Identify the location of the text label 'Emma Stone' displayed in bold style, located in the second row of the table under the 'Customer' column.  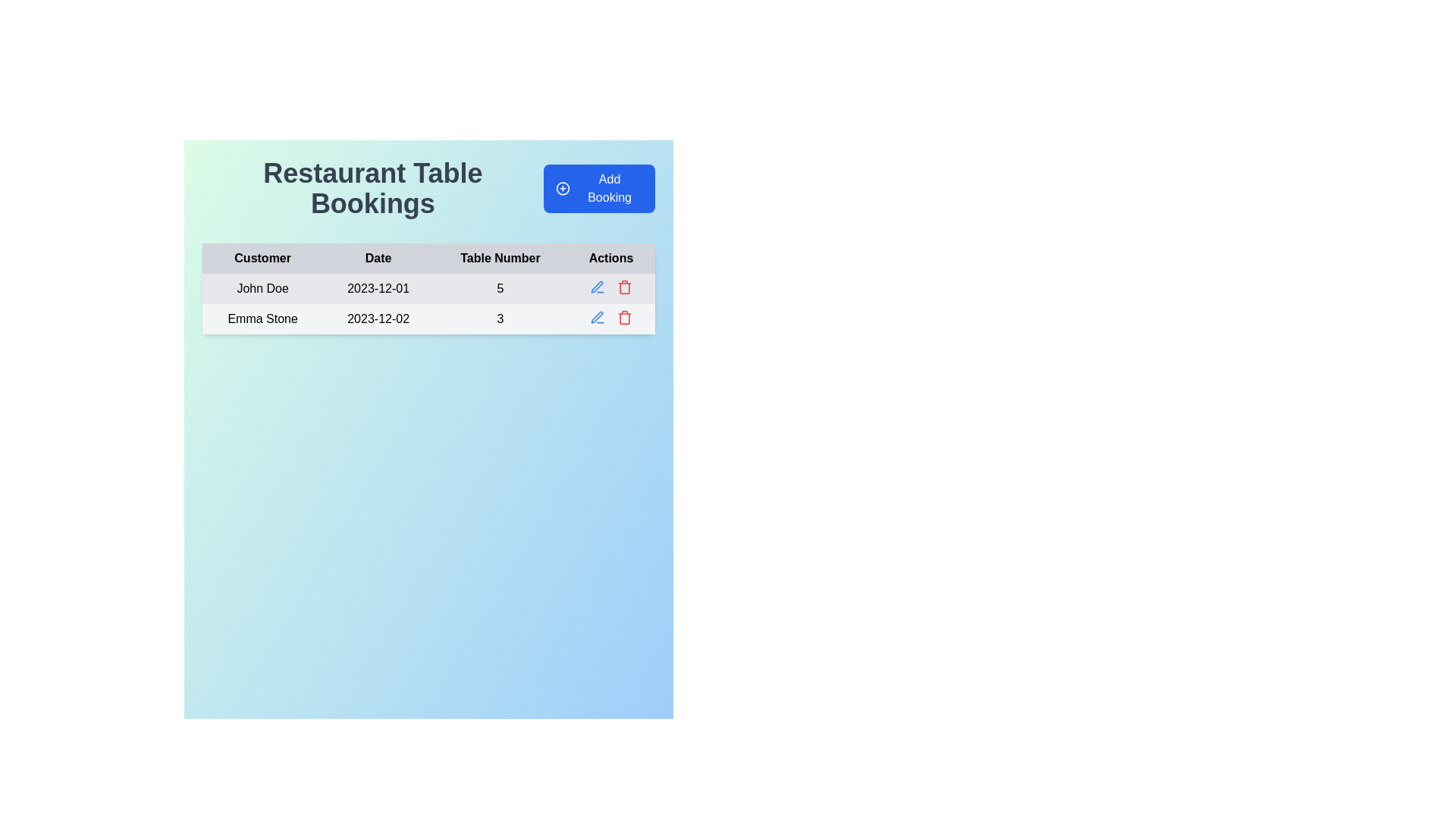
(262, 318).